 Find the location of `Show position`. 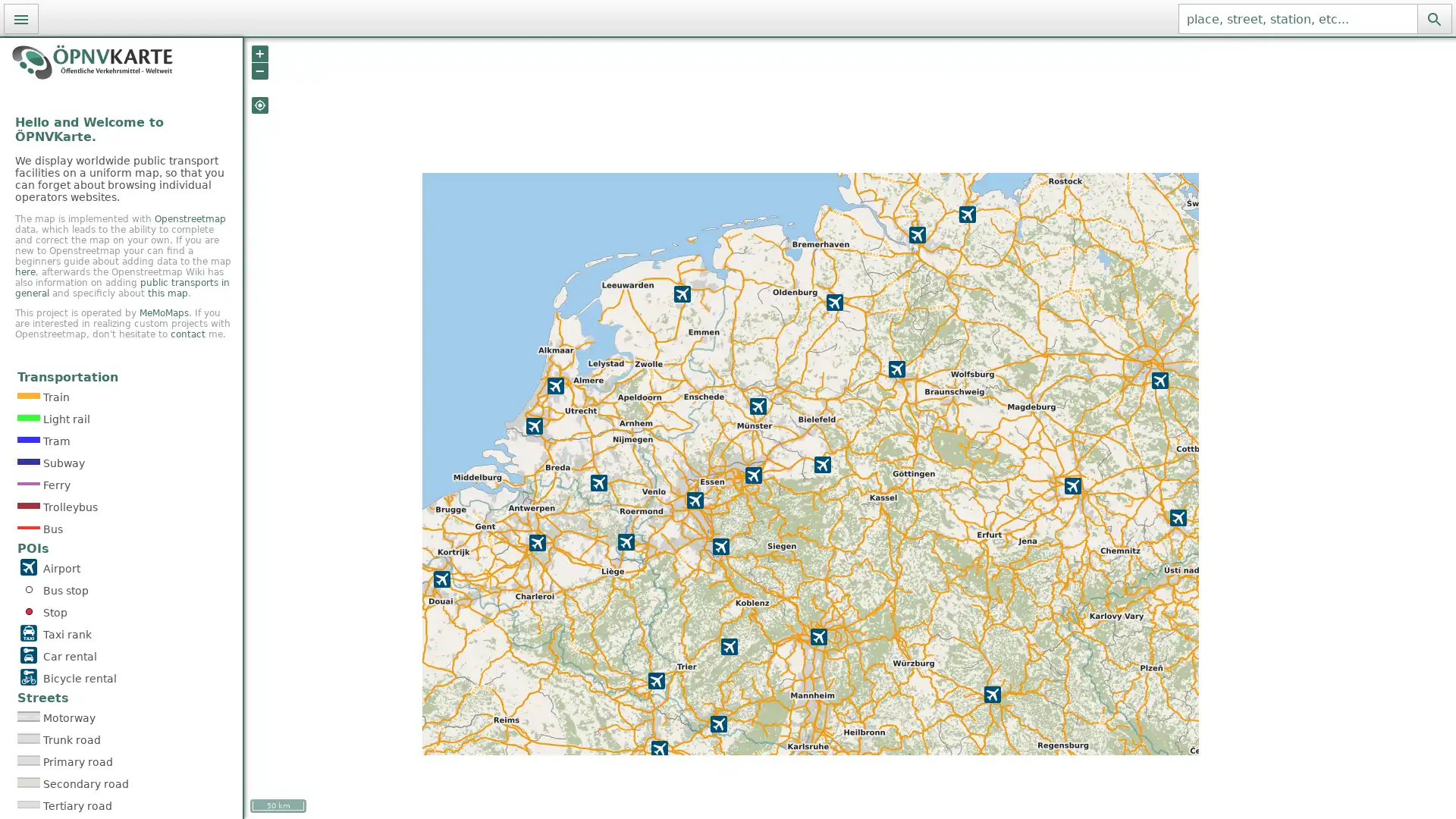

Show position is located at coordinates (259, 104).